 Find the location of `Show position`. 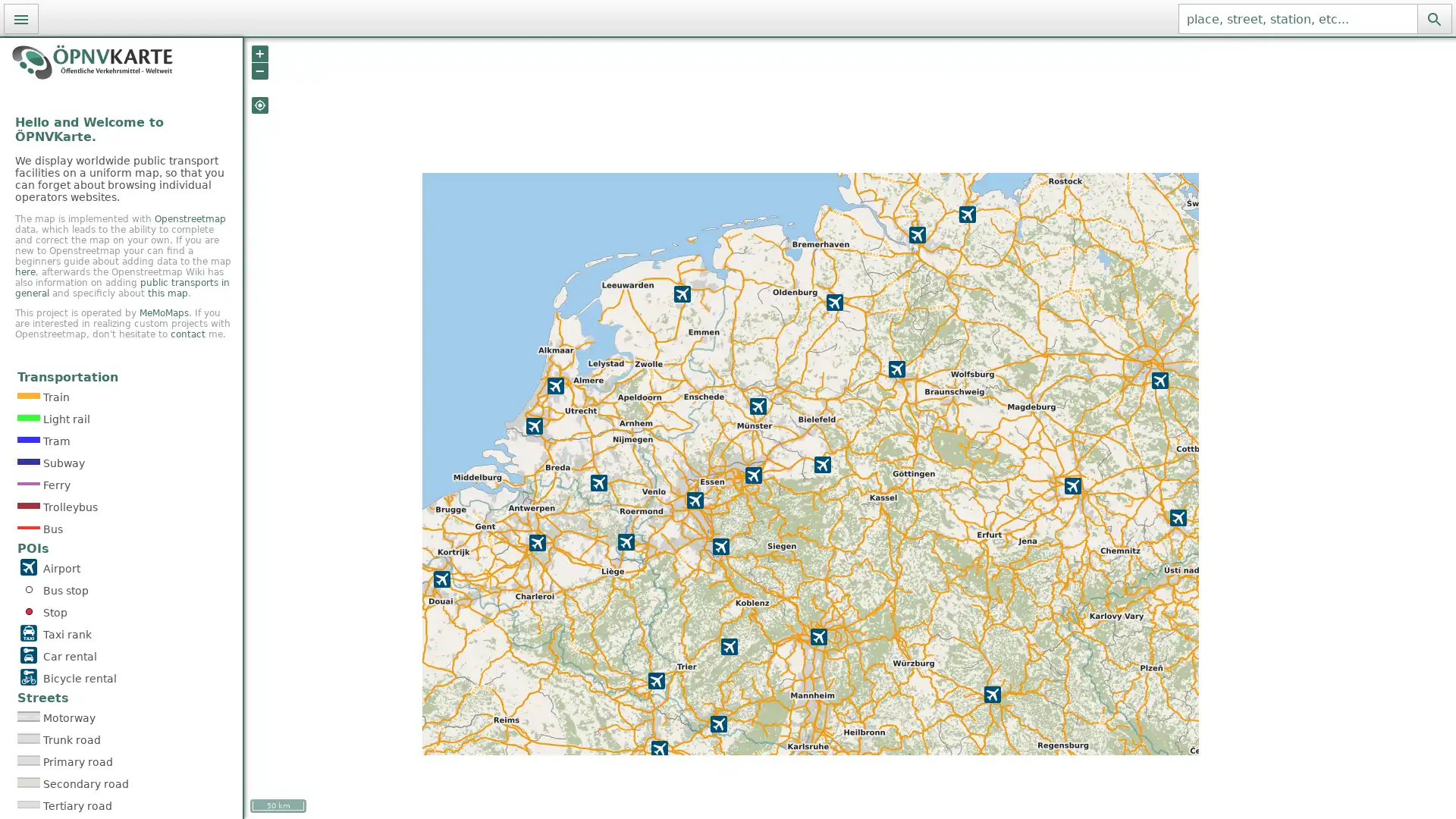

Show position is located at coordinates (259, 104).